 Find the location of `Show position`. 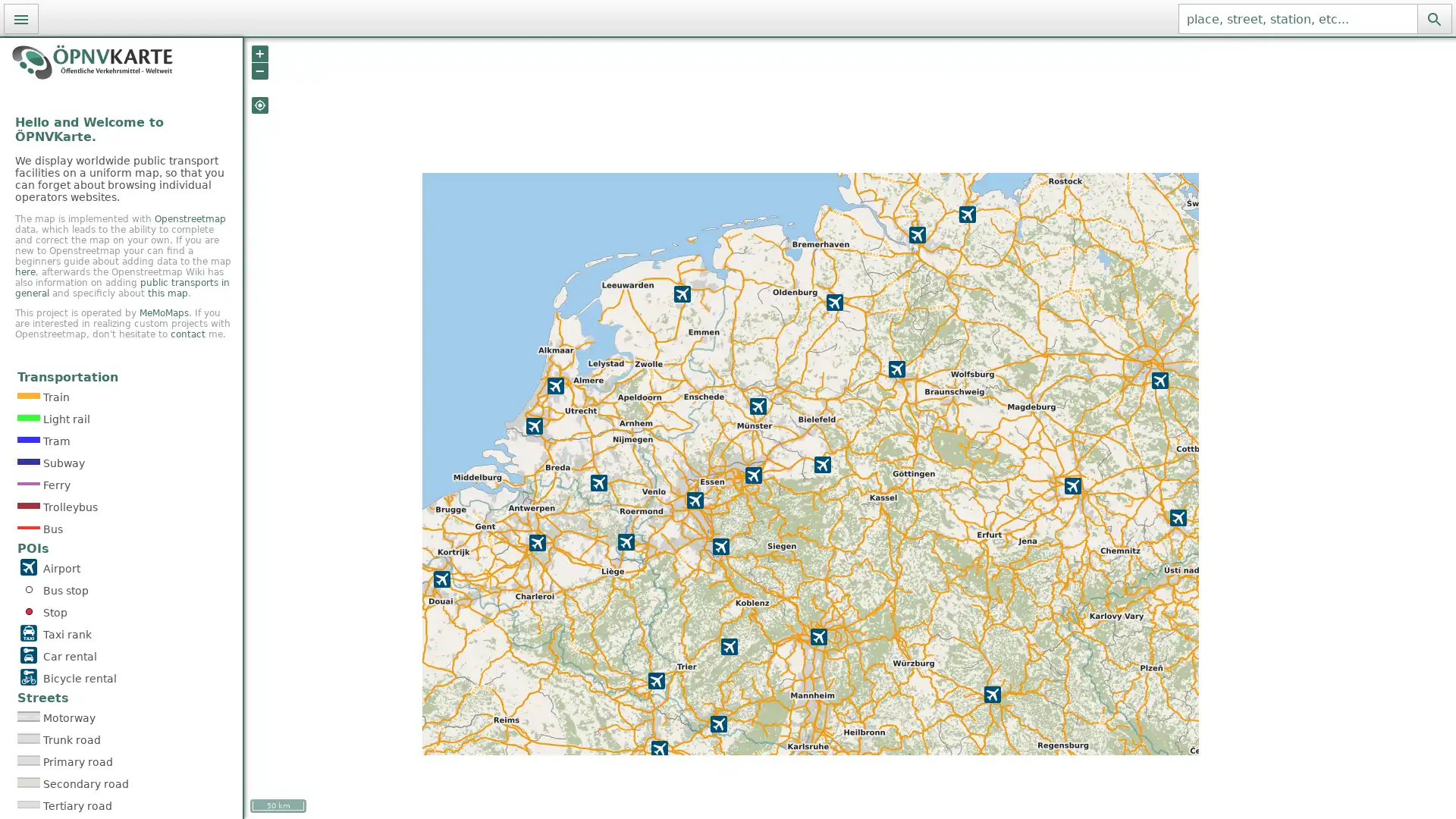

Show position is located at coordinates (259, 104).